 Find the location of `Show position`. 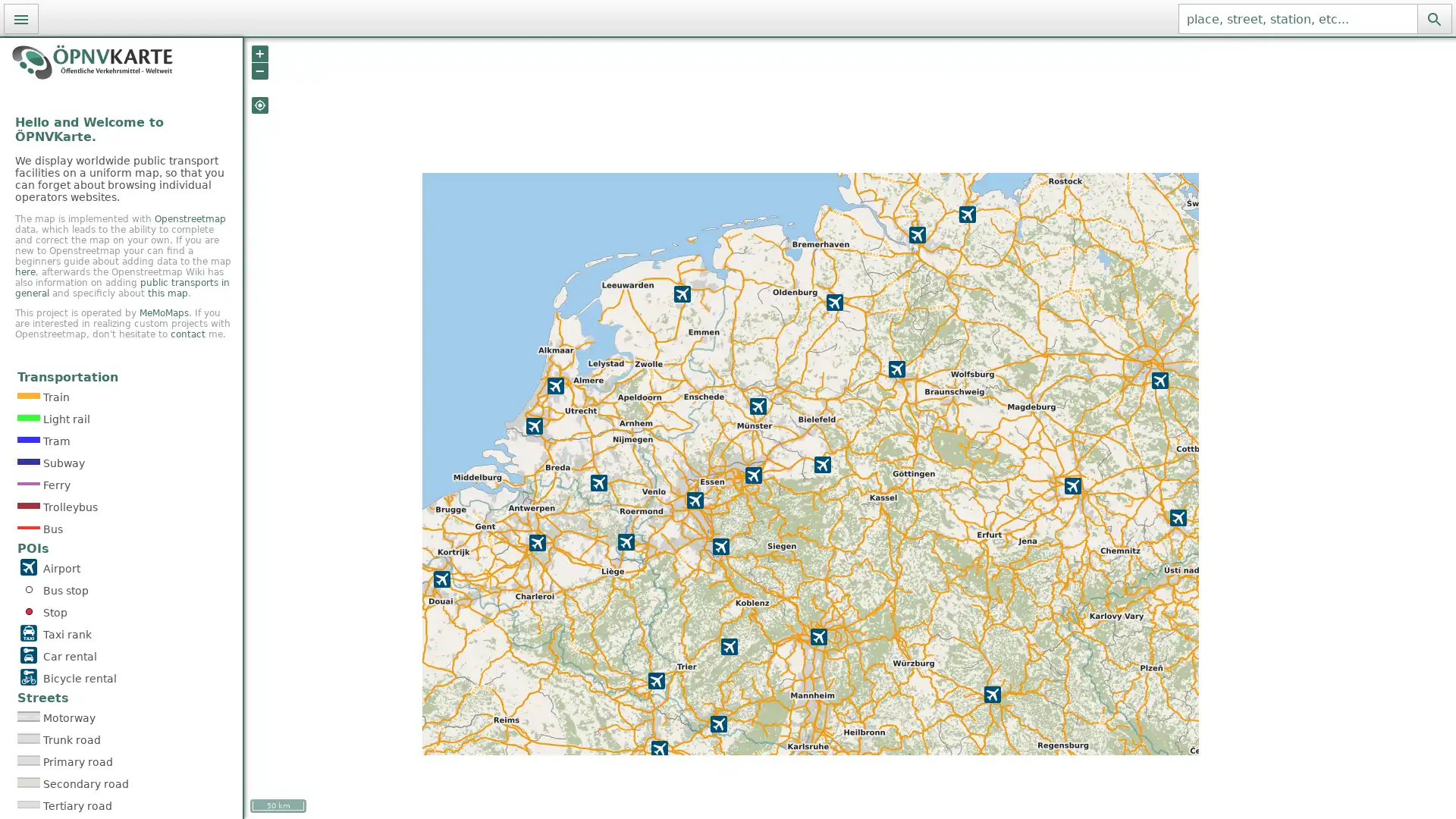

Show position is located at coordinates (259, 104).